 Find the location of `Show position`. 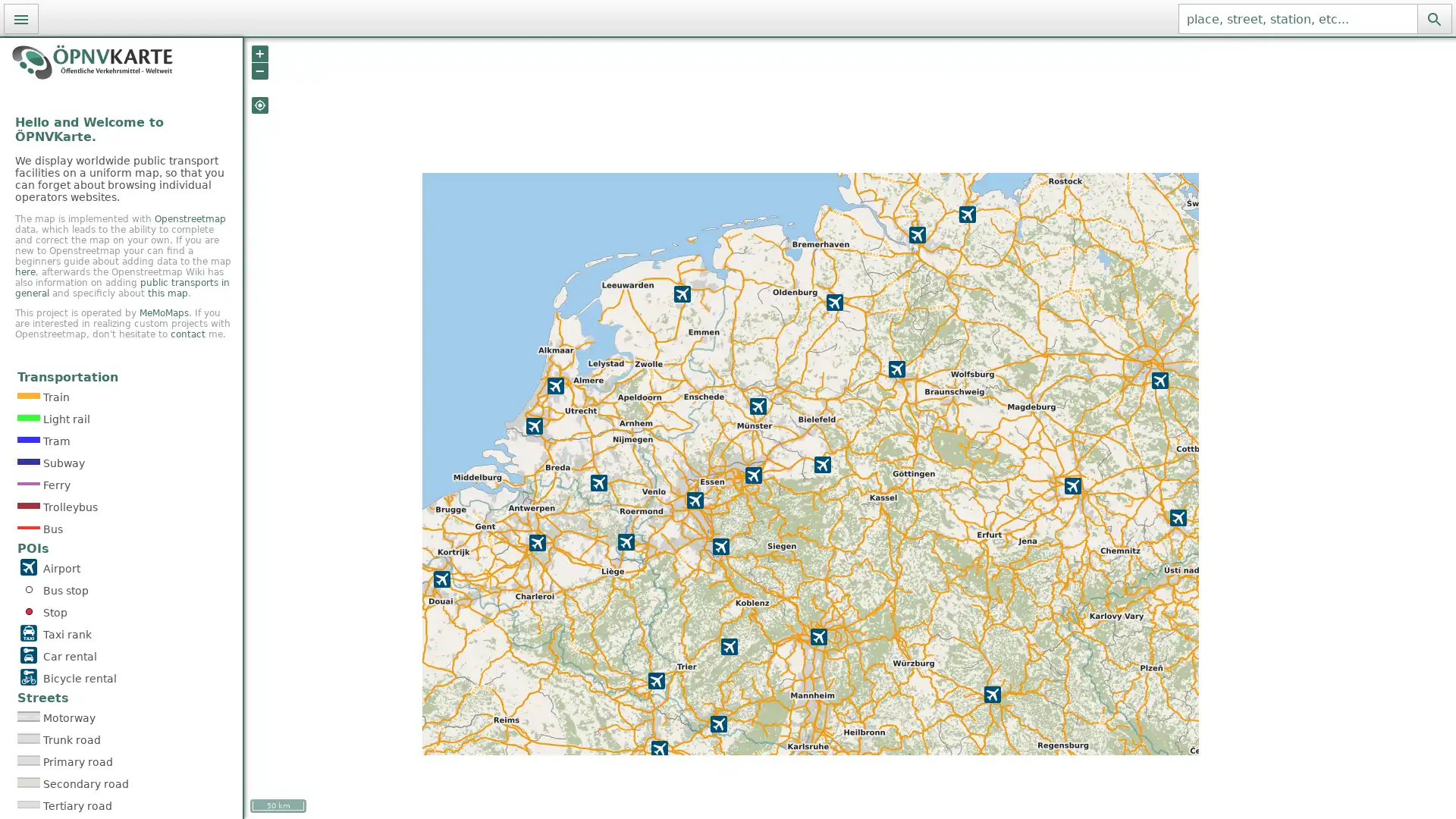

Show position is located at coordinates (259, 104).